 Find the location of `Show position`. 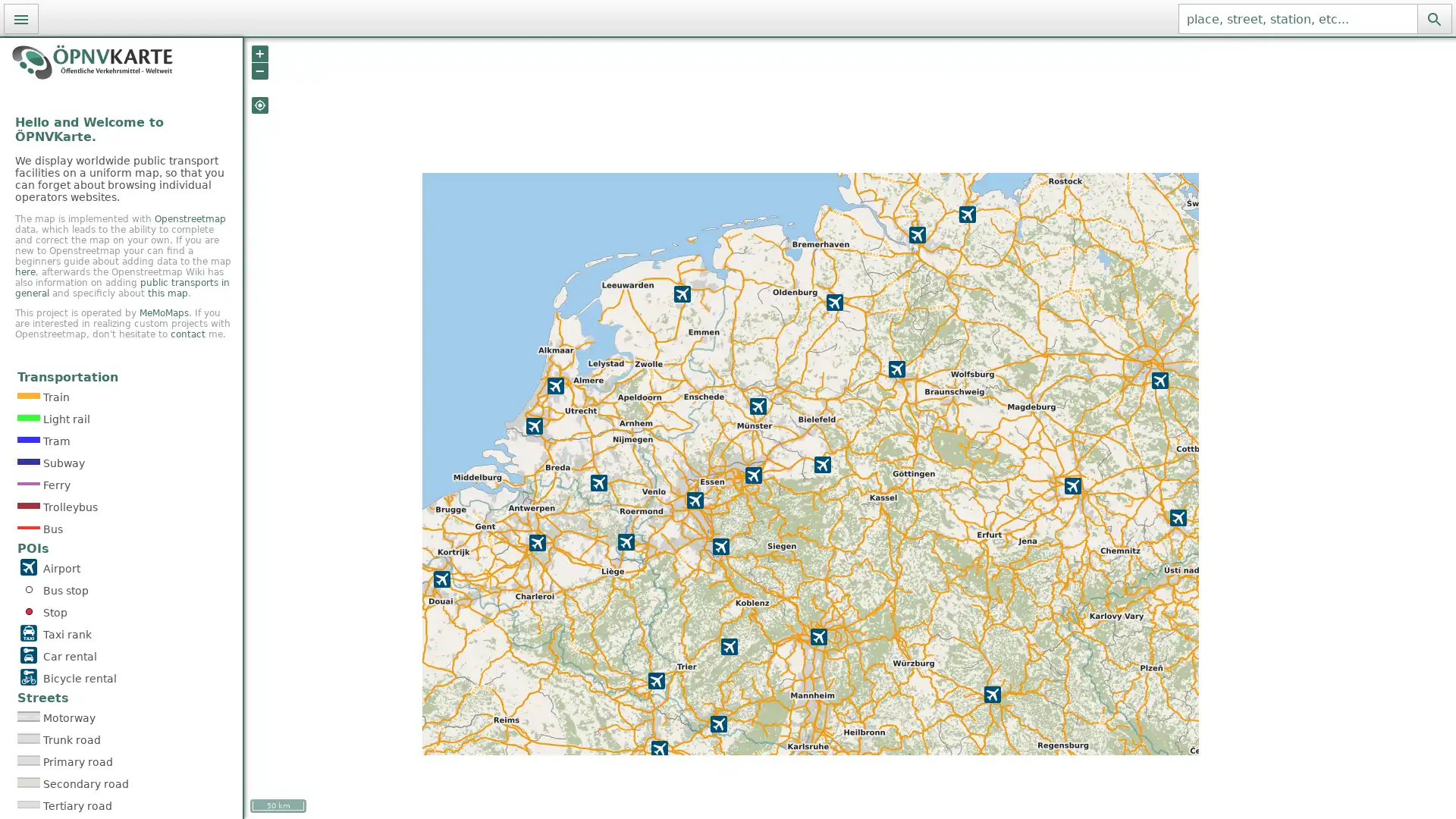

Show position is located at coordinates (259, 104).